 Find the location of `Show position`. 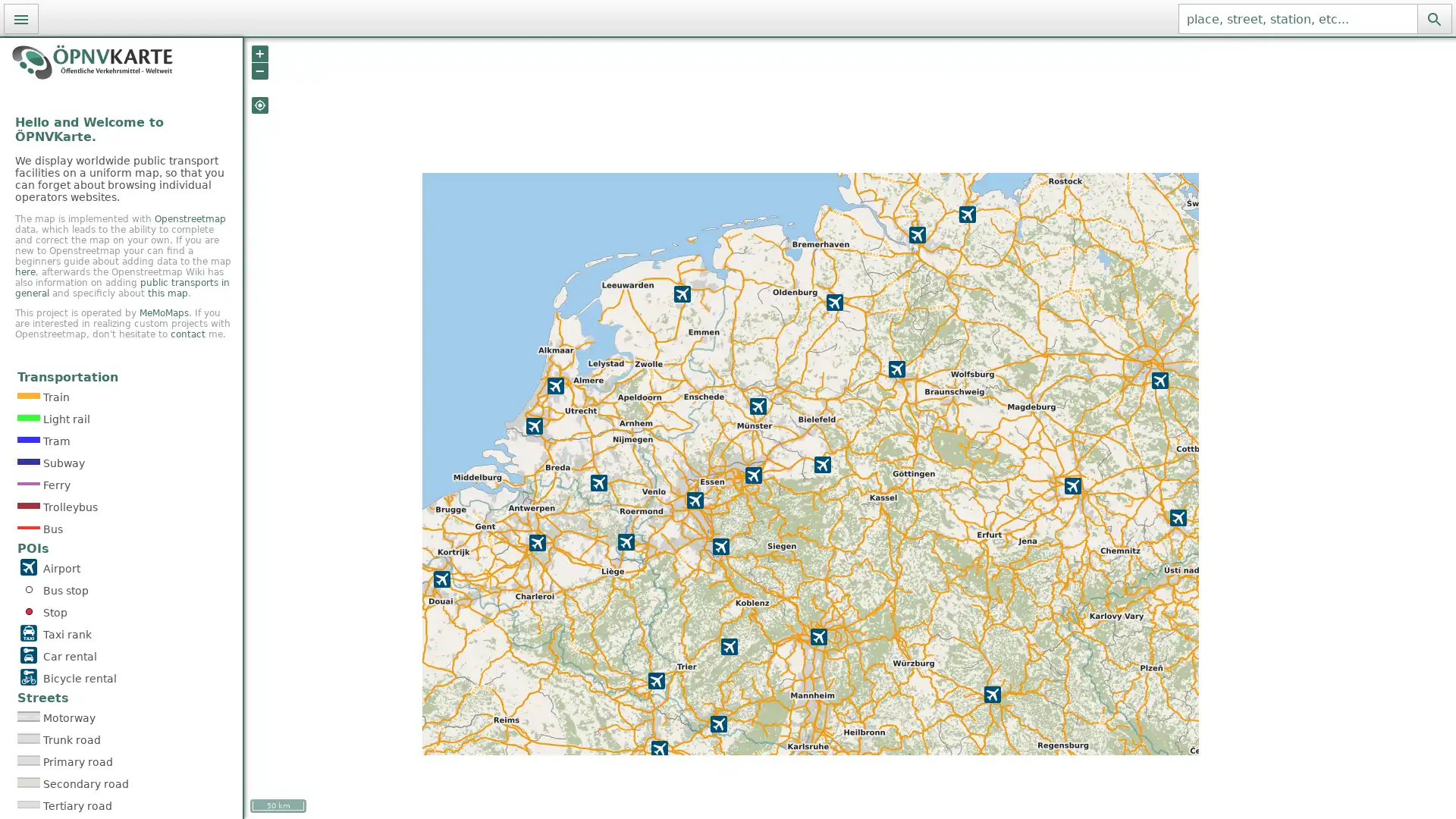

Show position is located at coordinates (259, 104).